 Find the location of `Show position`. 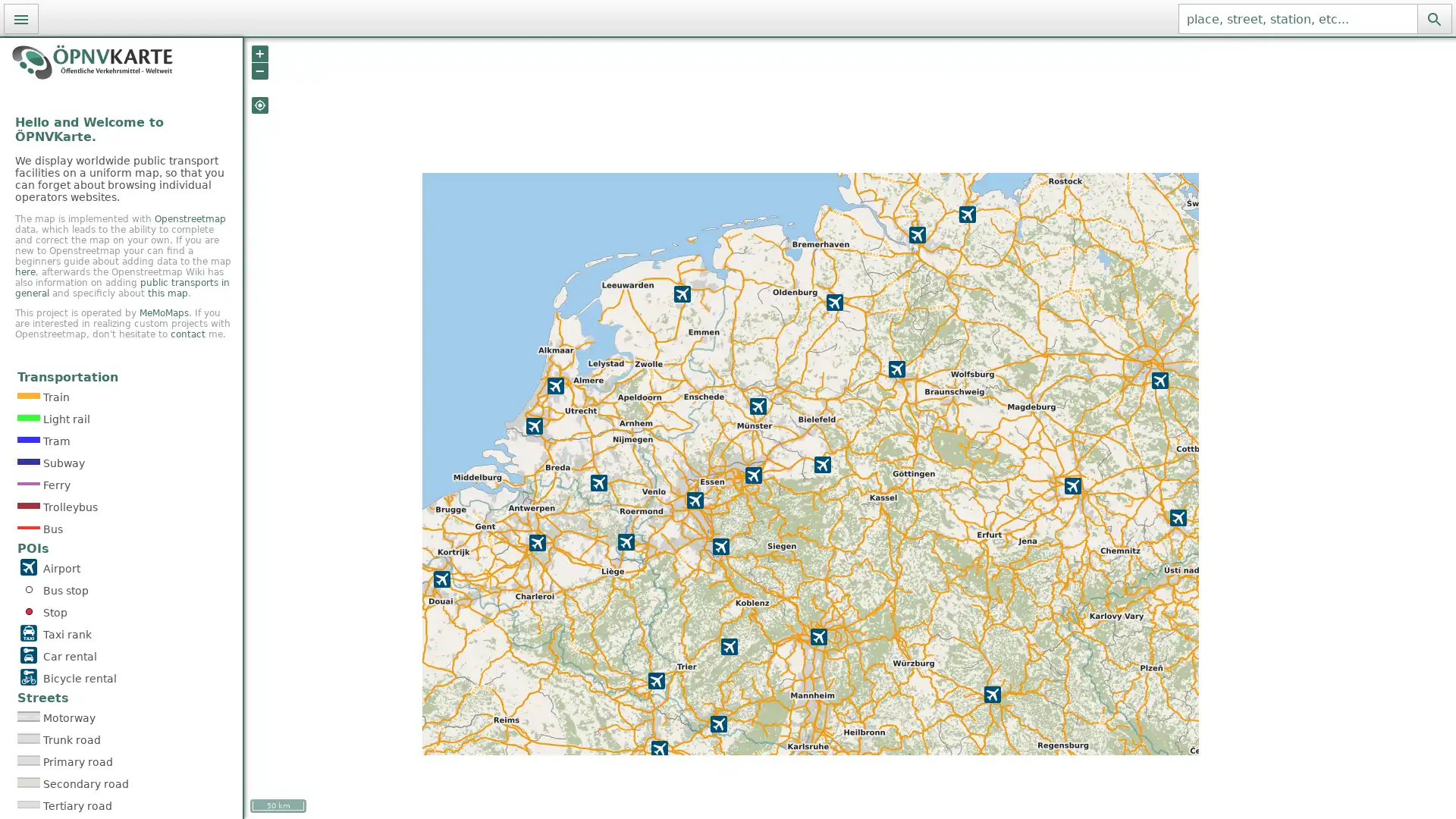

Show position is located at coordinates (259, 104).